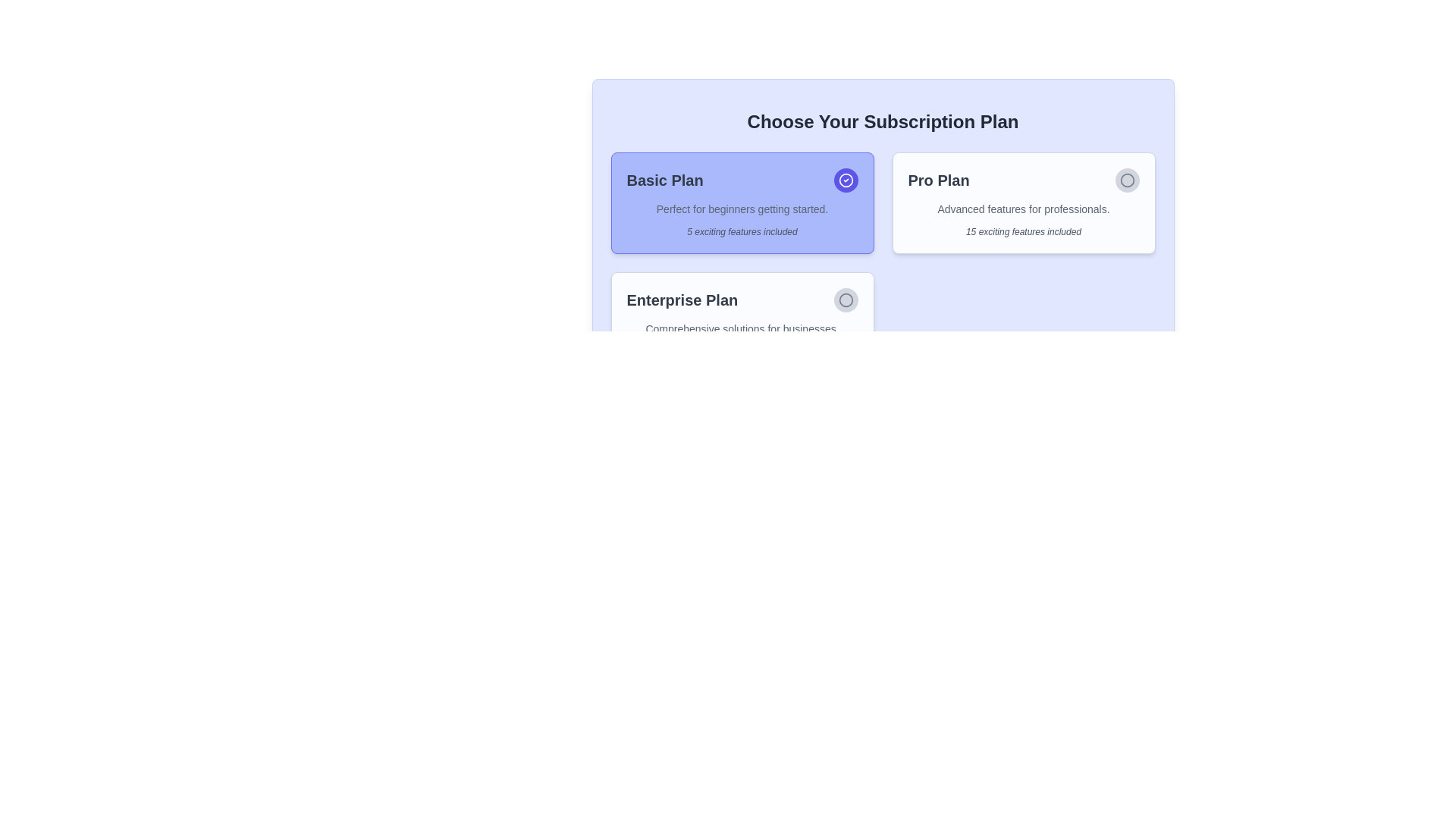  What do you see at coordinates (742, 231) in the screenshot?
I see `the Text Label that provides additional information about the Basic Plan, located at the bottom section of the 'Basic Plan' card beneath the descriptive text 'Perfect for beginners getting started.'` at bounding box center [742, 231].